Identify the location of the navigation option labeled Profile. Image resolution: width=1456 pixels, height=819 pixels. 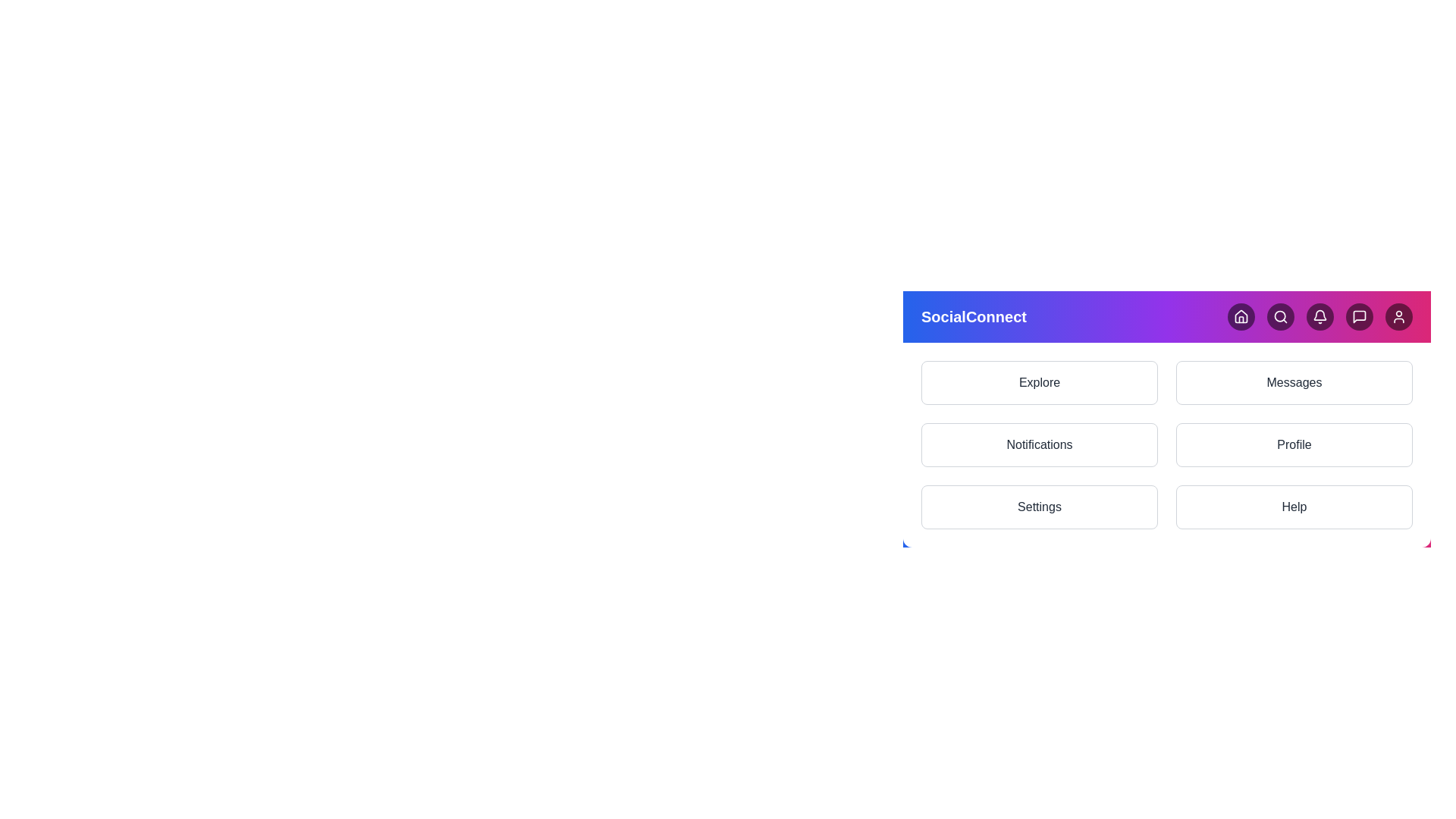
(1294, 444).